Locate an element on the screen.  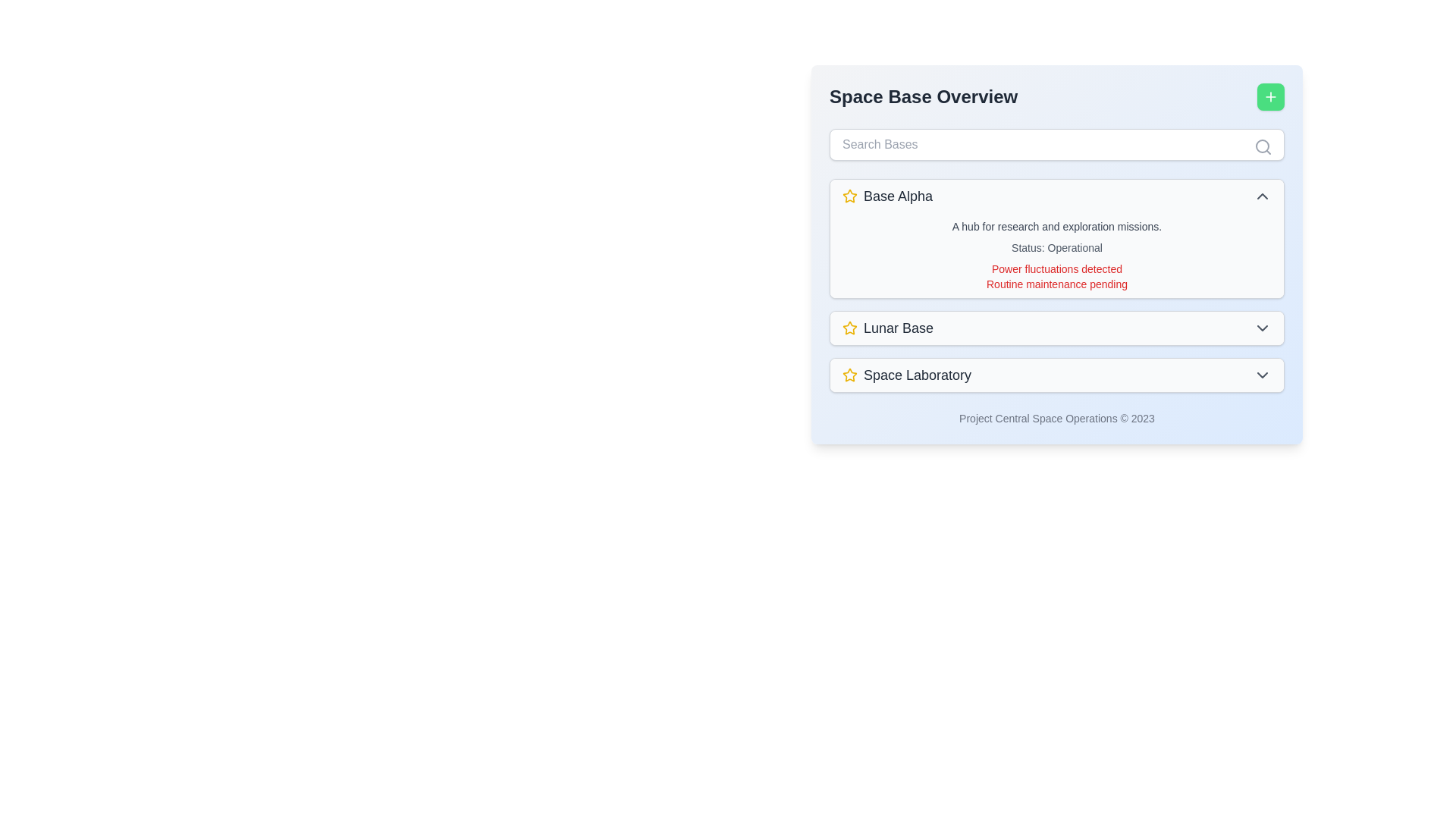
the text label for the 'Lunar Base' section, which serves as its title and is positioned above the dropdown indicator is located at coordinates (899, 327).